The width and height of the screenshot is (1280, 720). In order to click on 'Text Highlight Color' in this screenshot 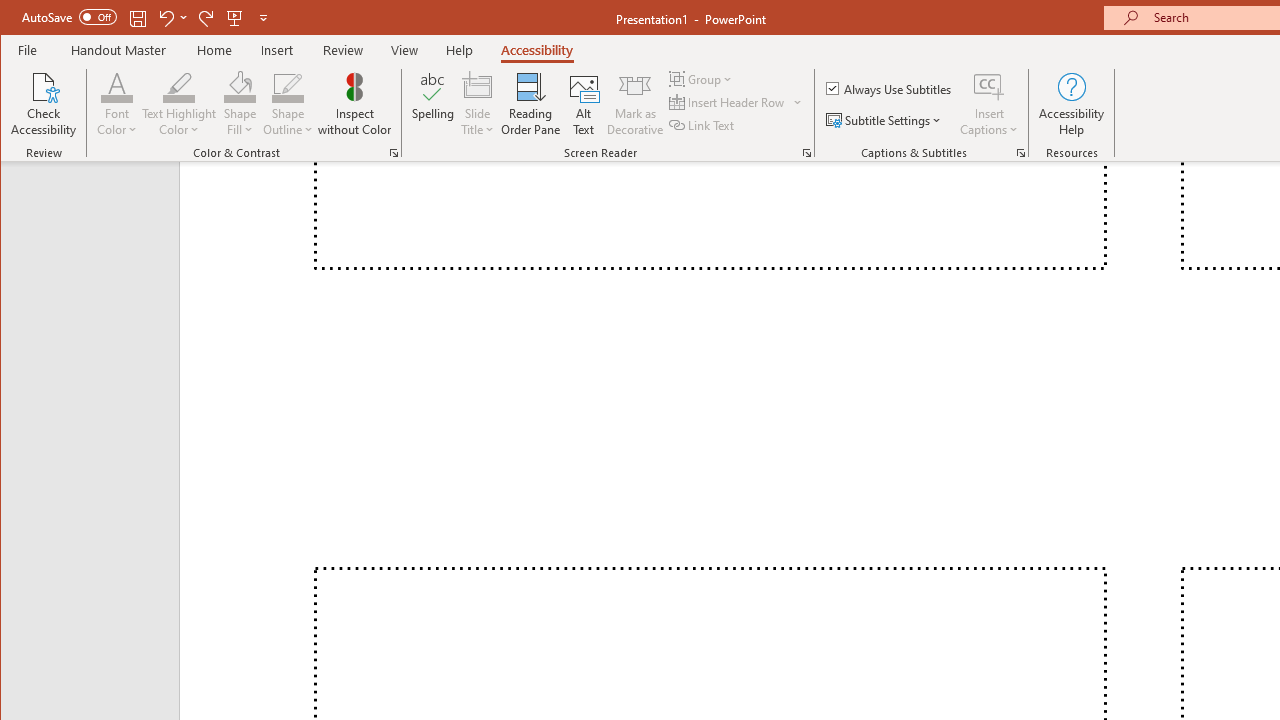, I will do `click(179, 104)`.